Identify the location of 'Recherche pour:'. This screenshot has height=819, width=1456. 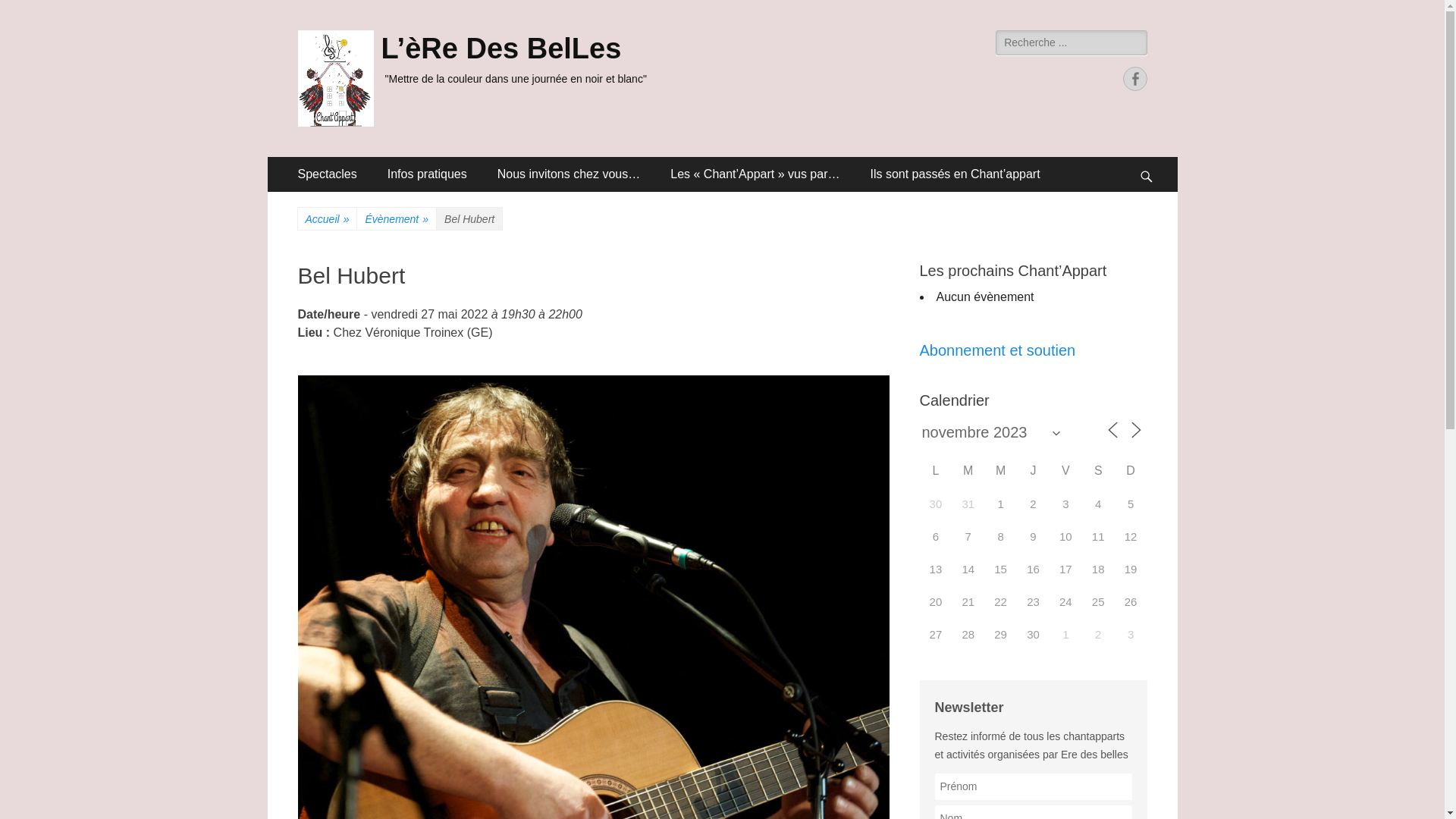
(996, 42).